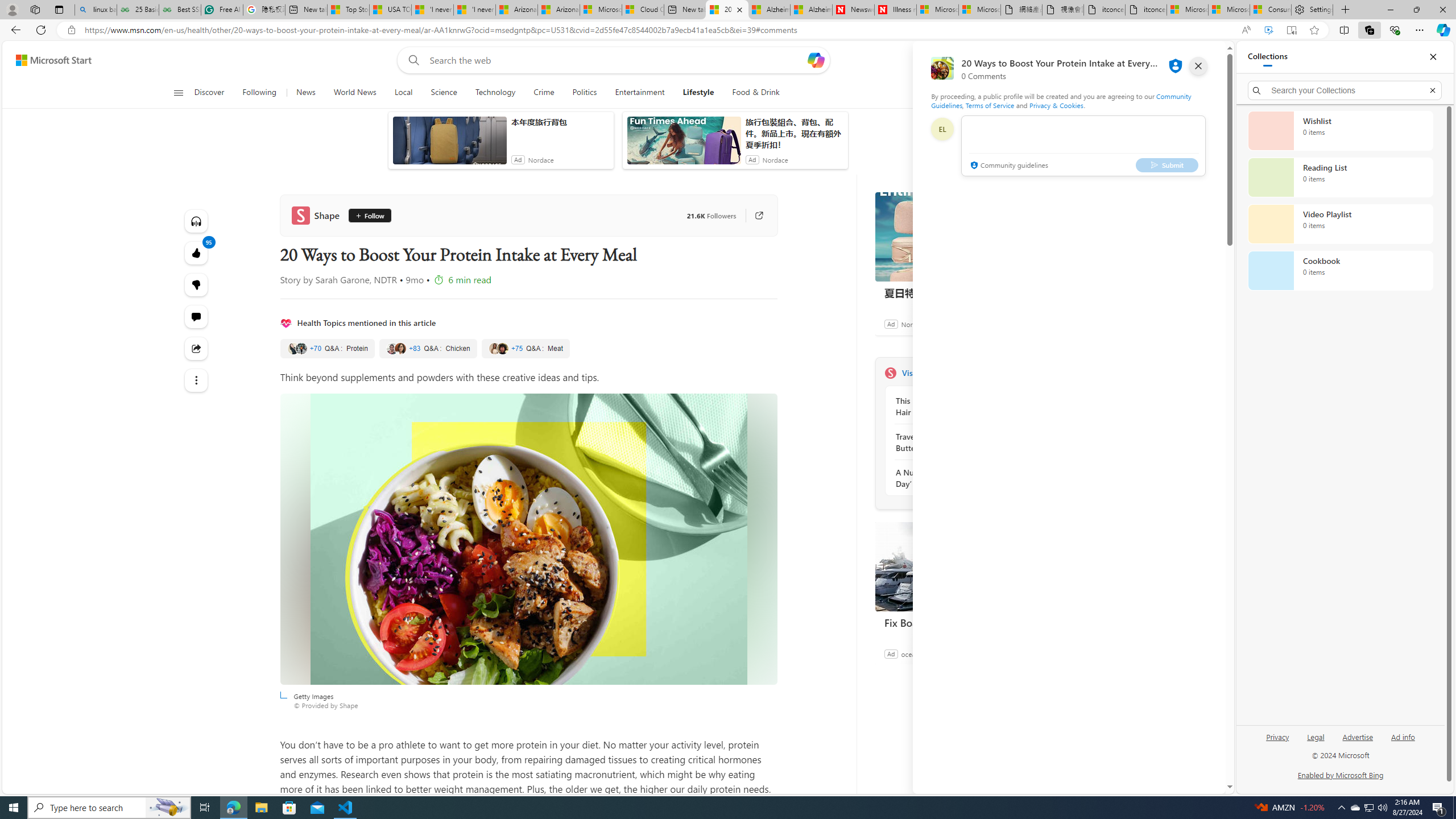  What do you see at coordinates (348, 9) in the screenshot?
I see `'Top Stories - MSN'` at bounding box center [348, 9].